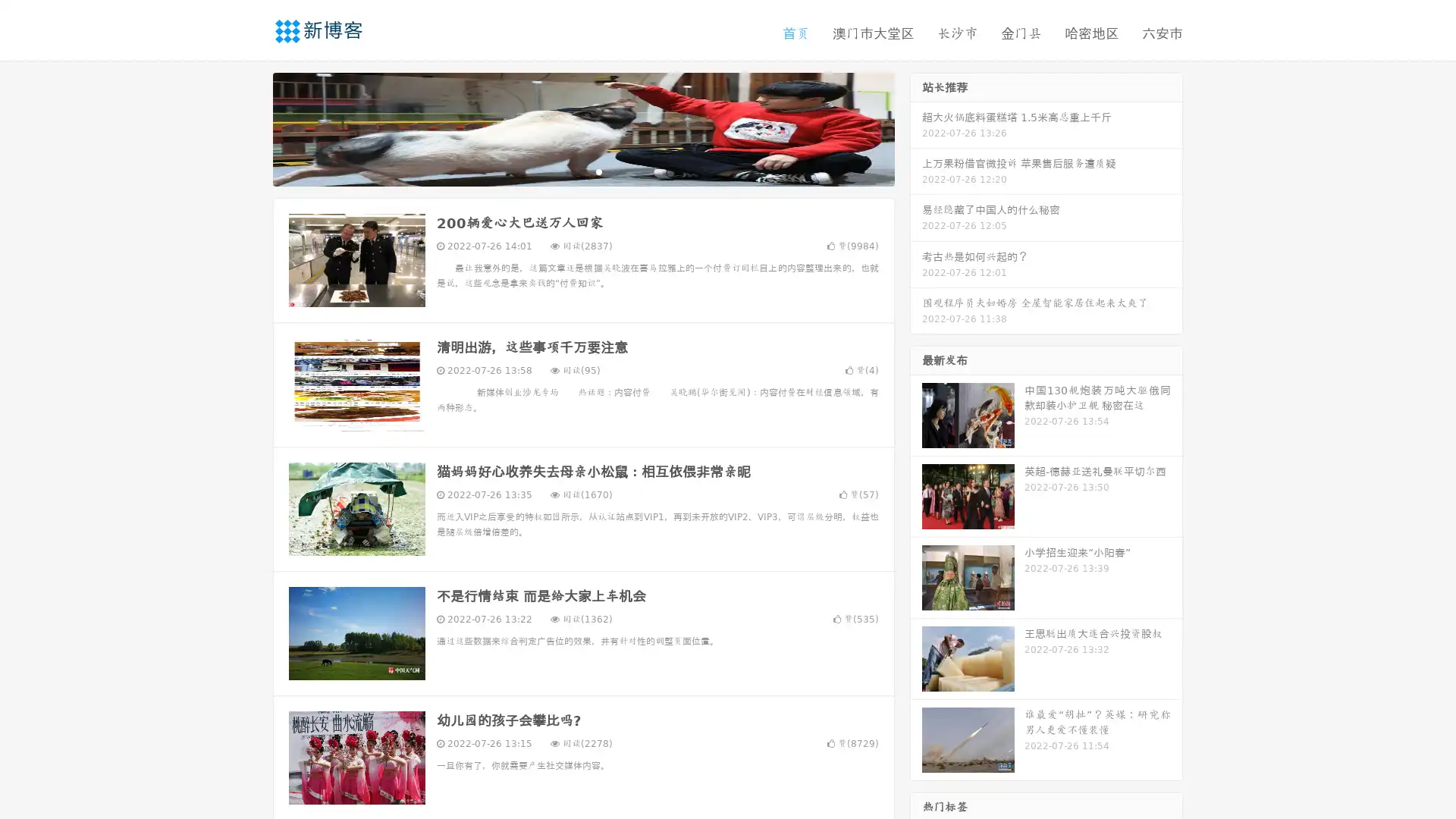  I want to click on Next slide, so click(916, 127).